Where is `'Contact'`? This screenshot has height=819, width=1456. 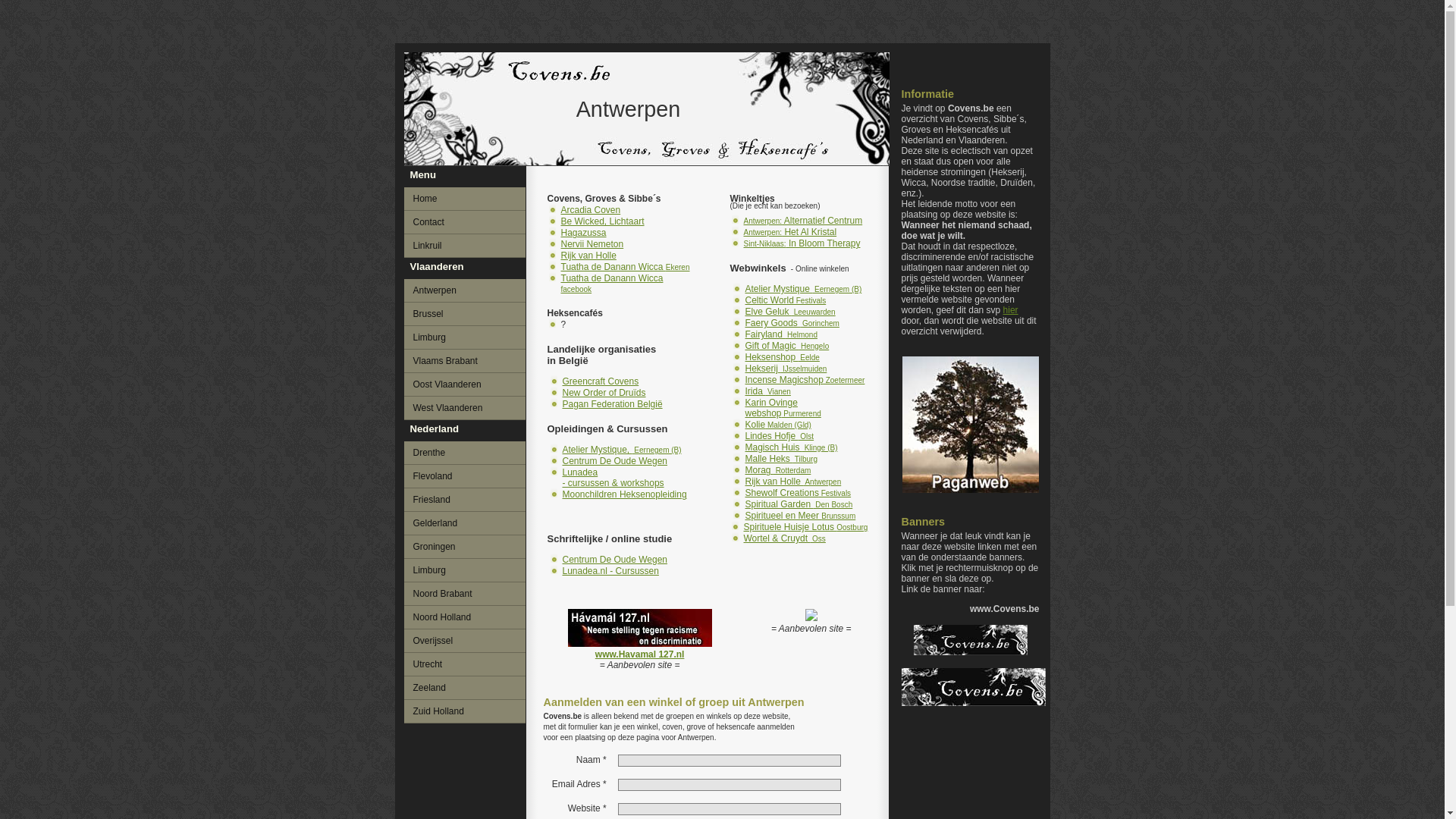 'Contact' is located at coordinates (463, 222).